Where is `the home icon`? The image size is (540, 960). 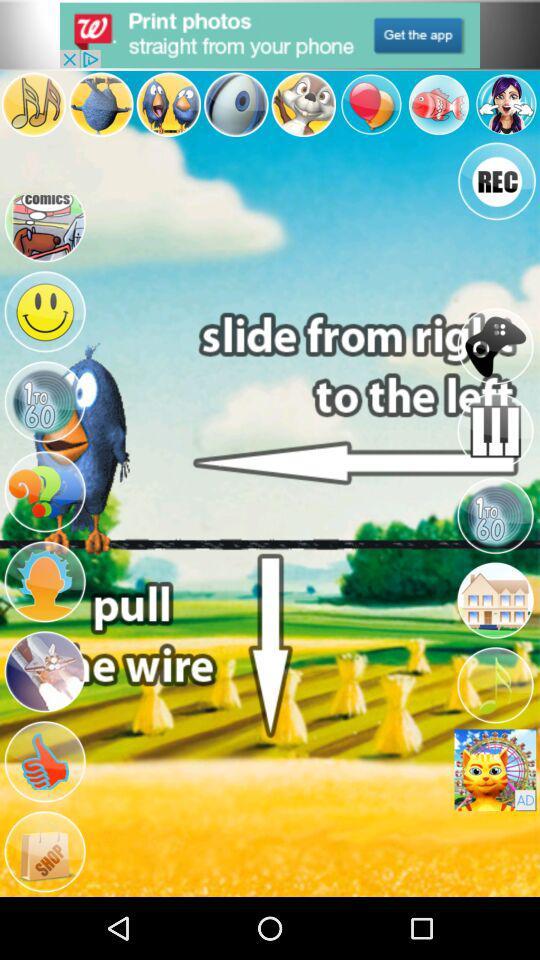
the home icon is located at coordinates (494, 641).